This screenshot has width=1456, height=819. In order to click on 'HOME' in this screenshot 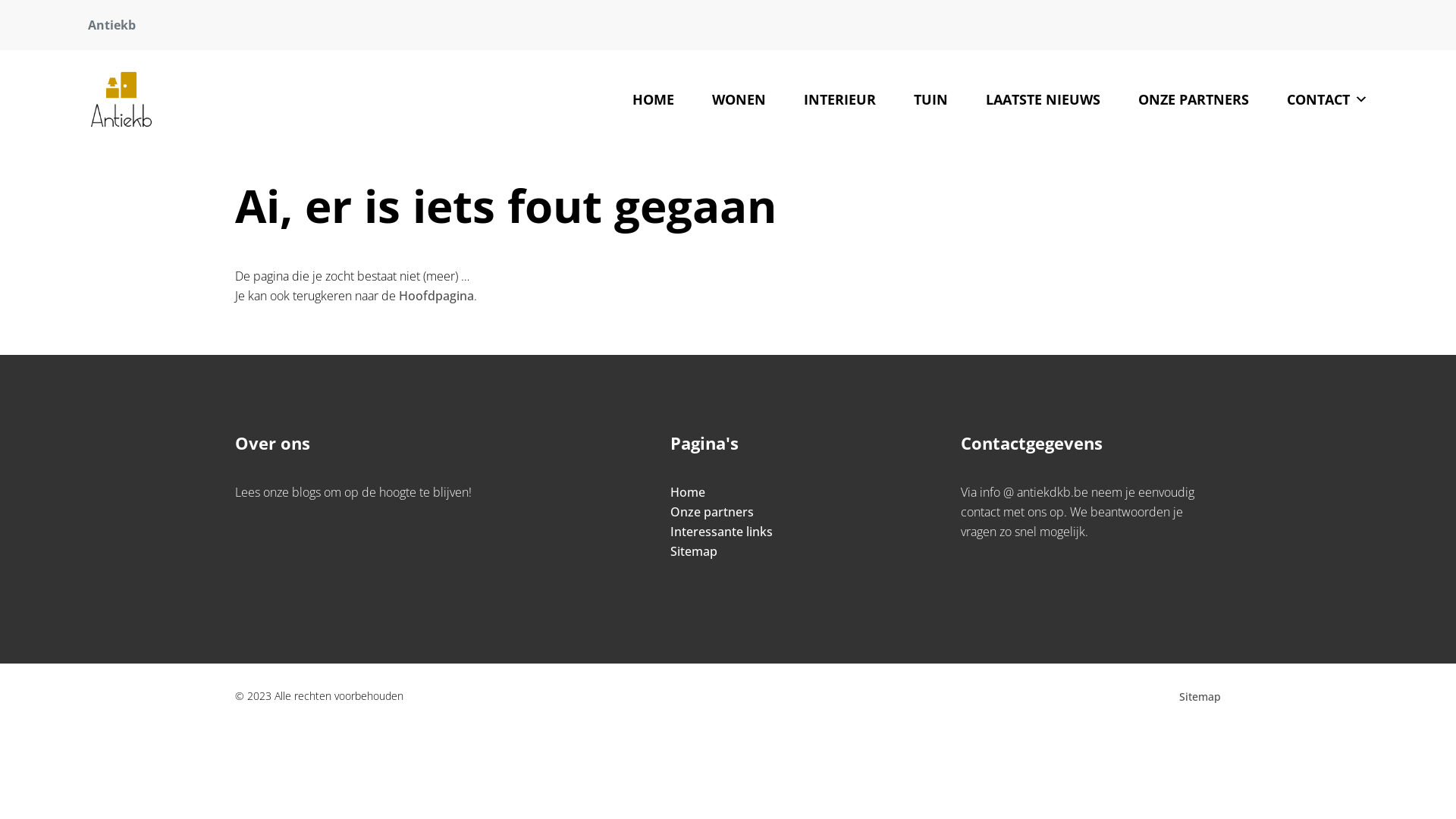, I will do `click(653, 99)`.